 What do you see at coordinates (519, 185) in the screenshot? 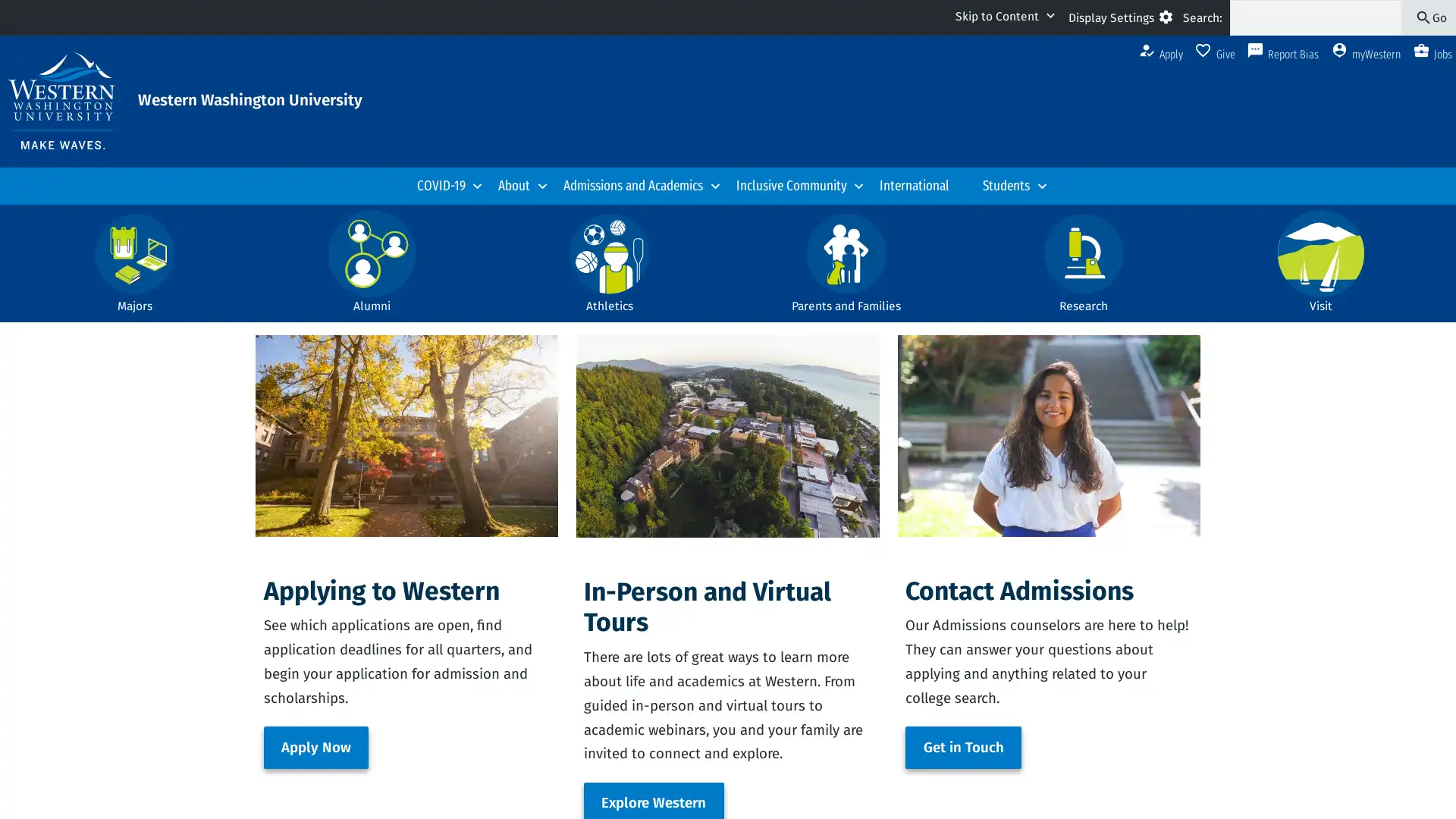
I see `About` at bounding box center [519, 185].